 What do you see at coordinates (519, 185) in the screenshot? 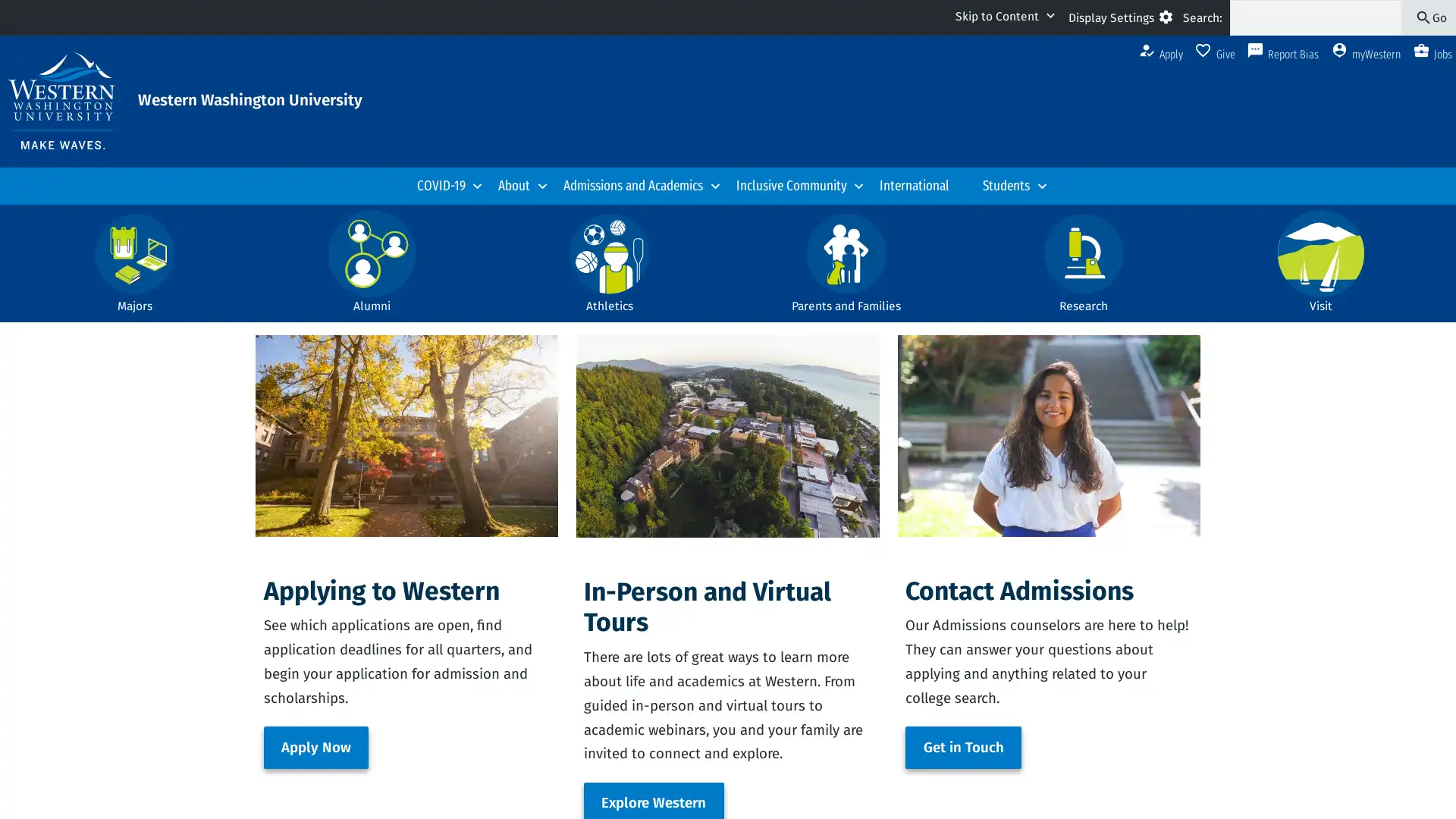
I see `About` at bounding box center [519, 185].